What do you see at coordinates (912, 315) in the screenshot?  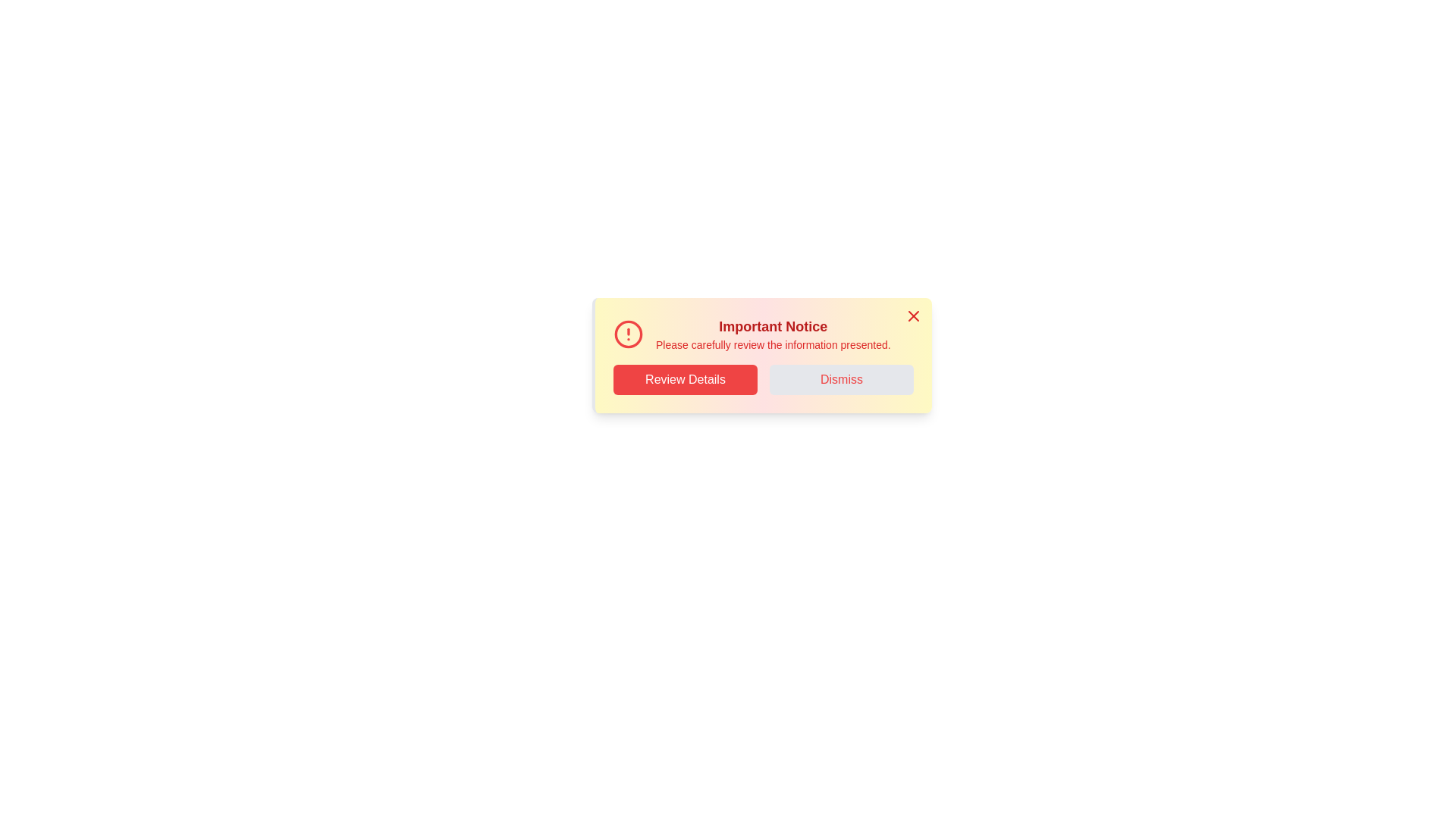 I see `the close button located at the top-right corner of the alert` at bounding box center [912, 315].